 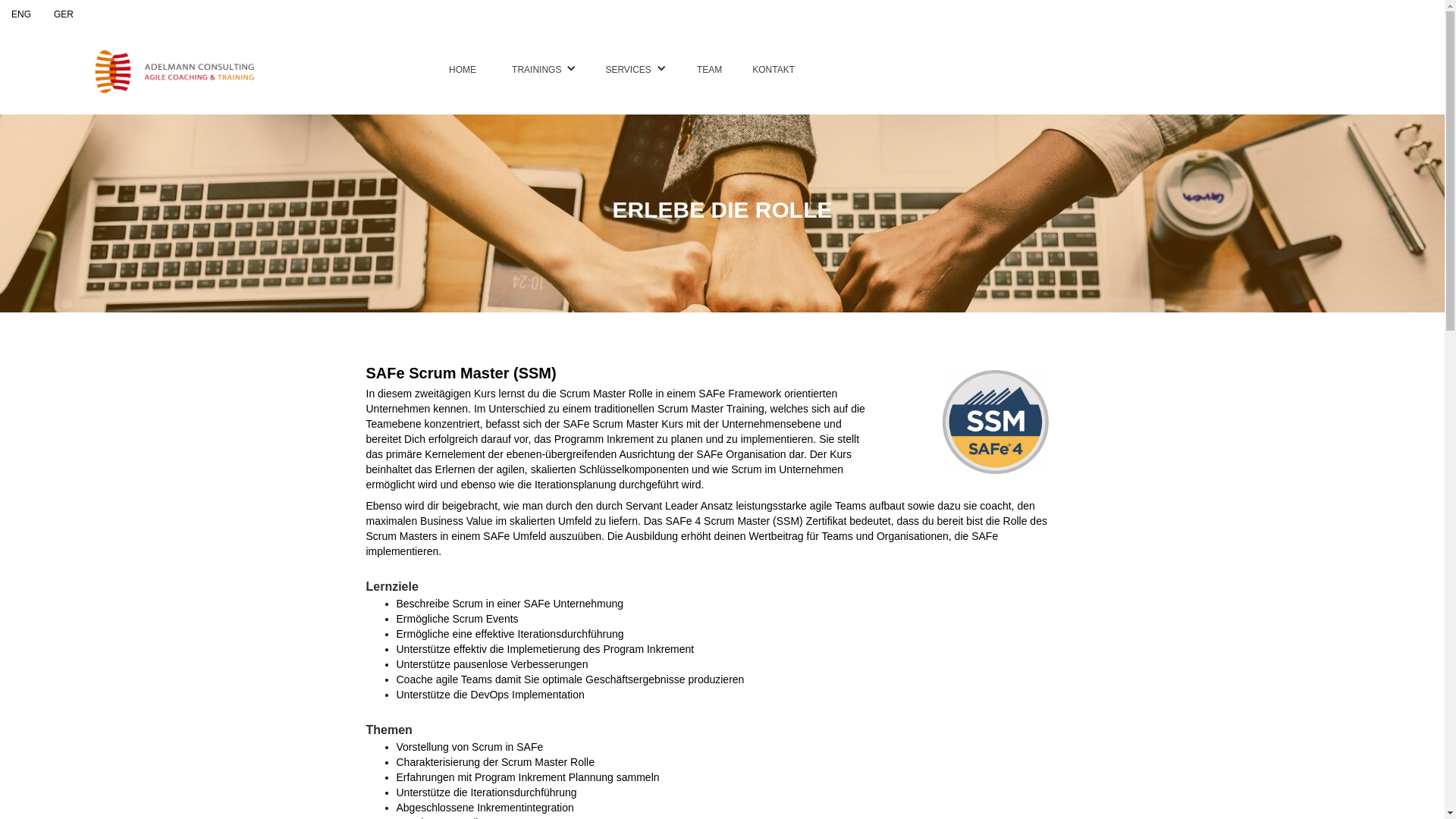 I want to click on 'HOME', so click(x=461, y=70).